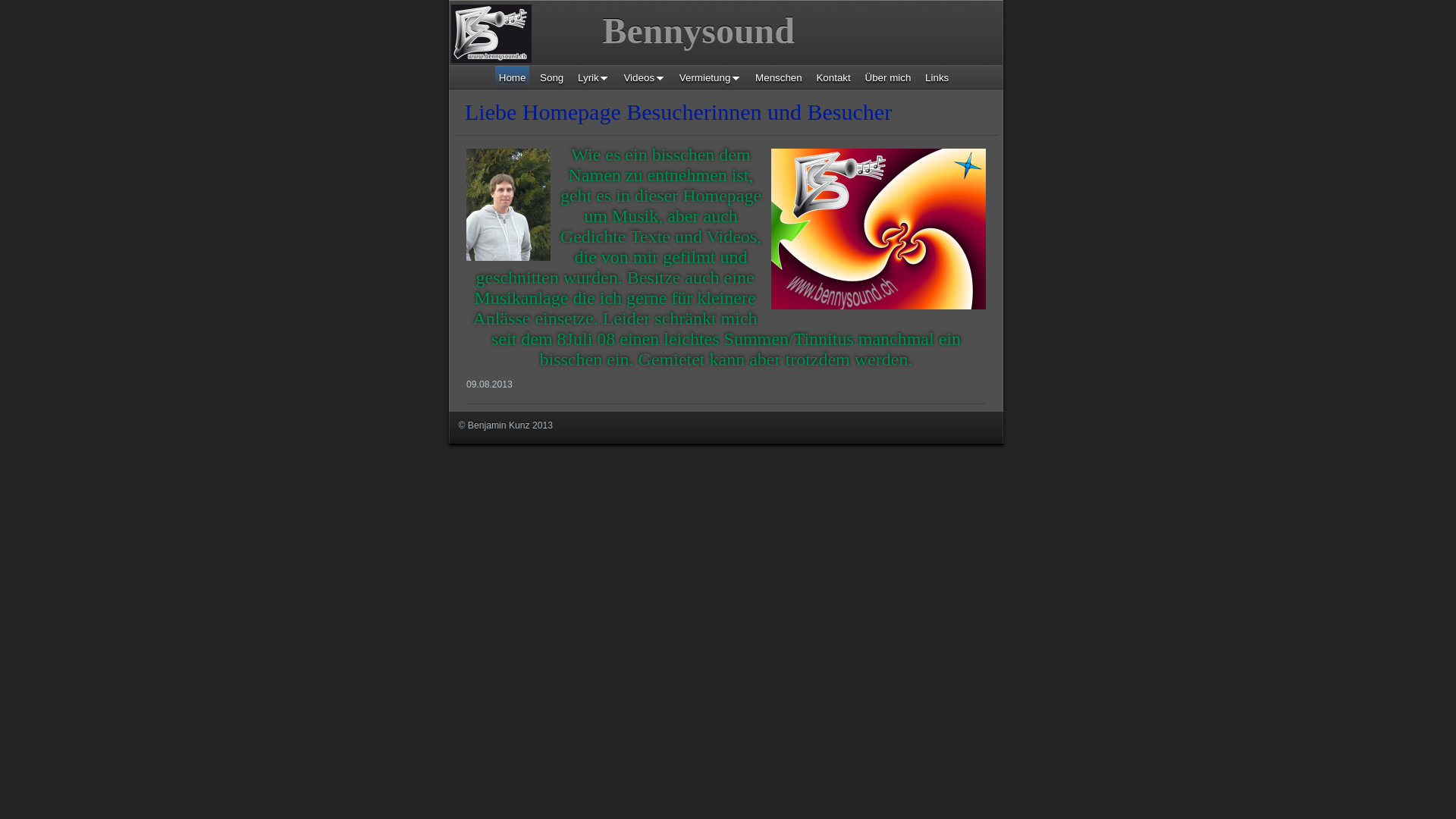 The height and width of the screenshot is (819, 1456). I want to click on 'Lyrik', so click(592, 77).